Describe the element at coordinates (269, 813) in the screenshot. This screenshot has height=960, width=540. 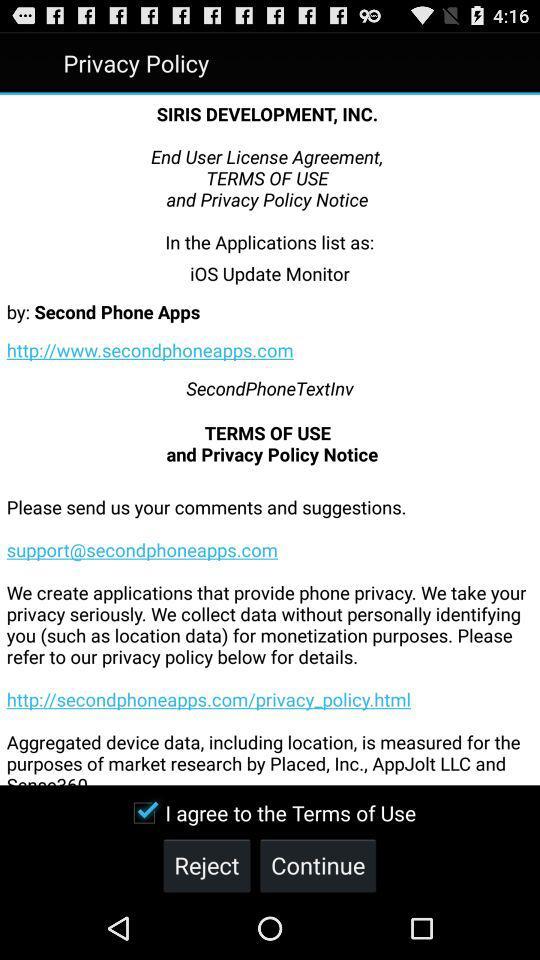
I see `icon below please send us item` at that location.